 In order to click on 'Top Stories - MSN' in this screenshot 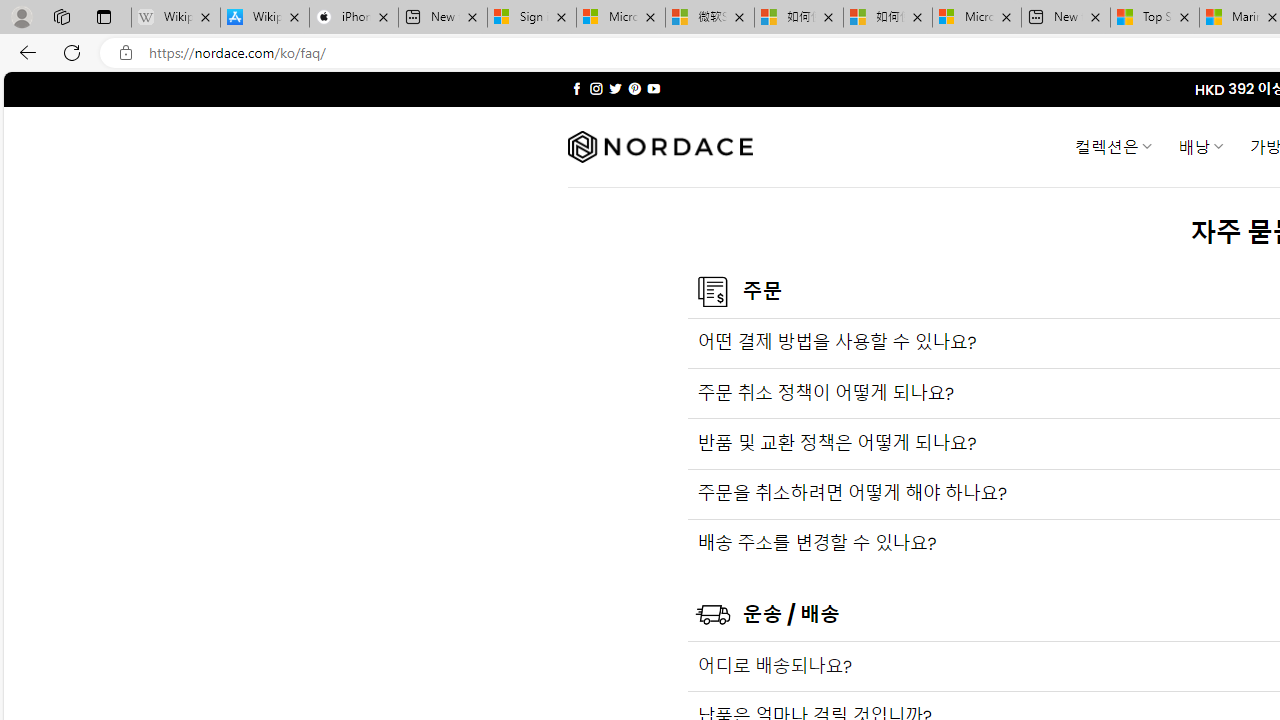, I will do `click(1155, 17)`.